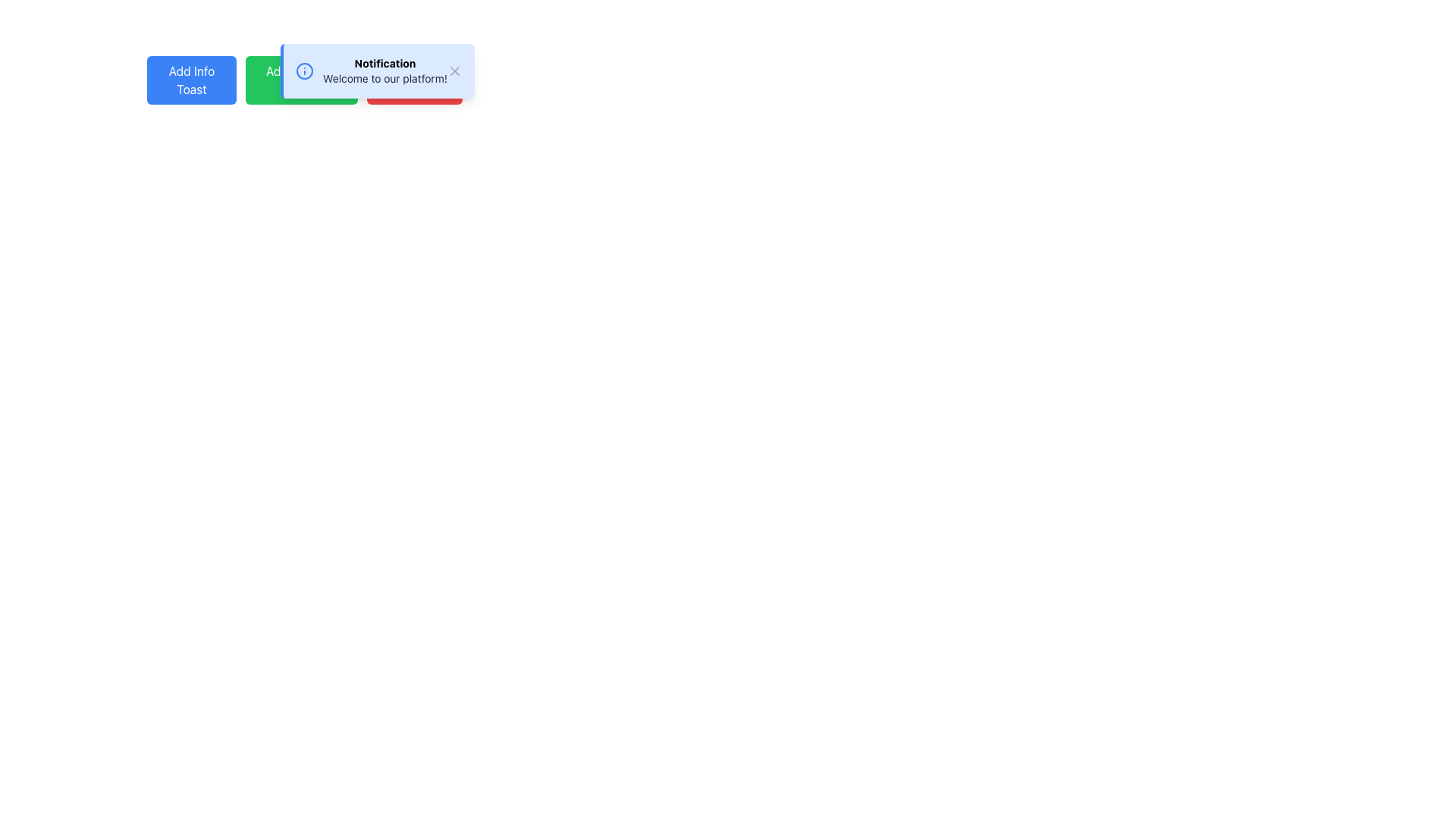 This screenshot has width=1456, height=819. Describe the element at coordinates (303, 71) in the screenshot. I see `the informational icon (SVG circle) located at the top-left corner of the toast notification, which is to the left of the title text 'Notification.'` at that location.